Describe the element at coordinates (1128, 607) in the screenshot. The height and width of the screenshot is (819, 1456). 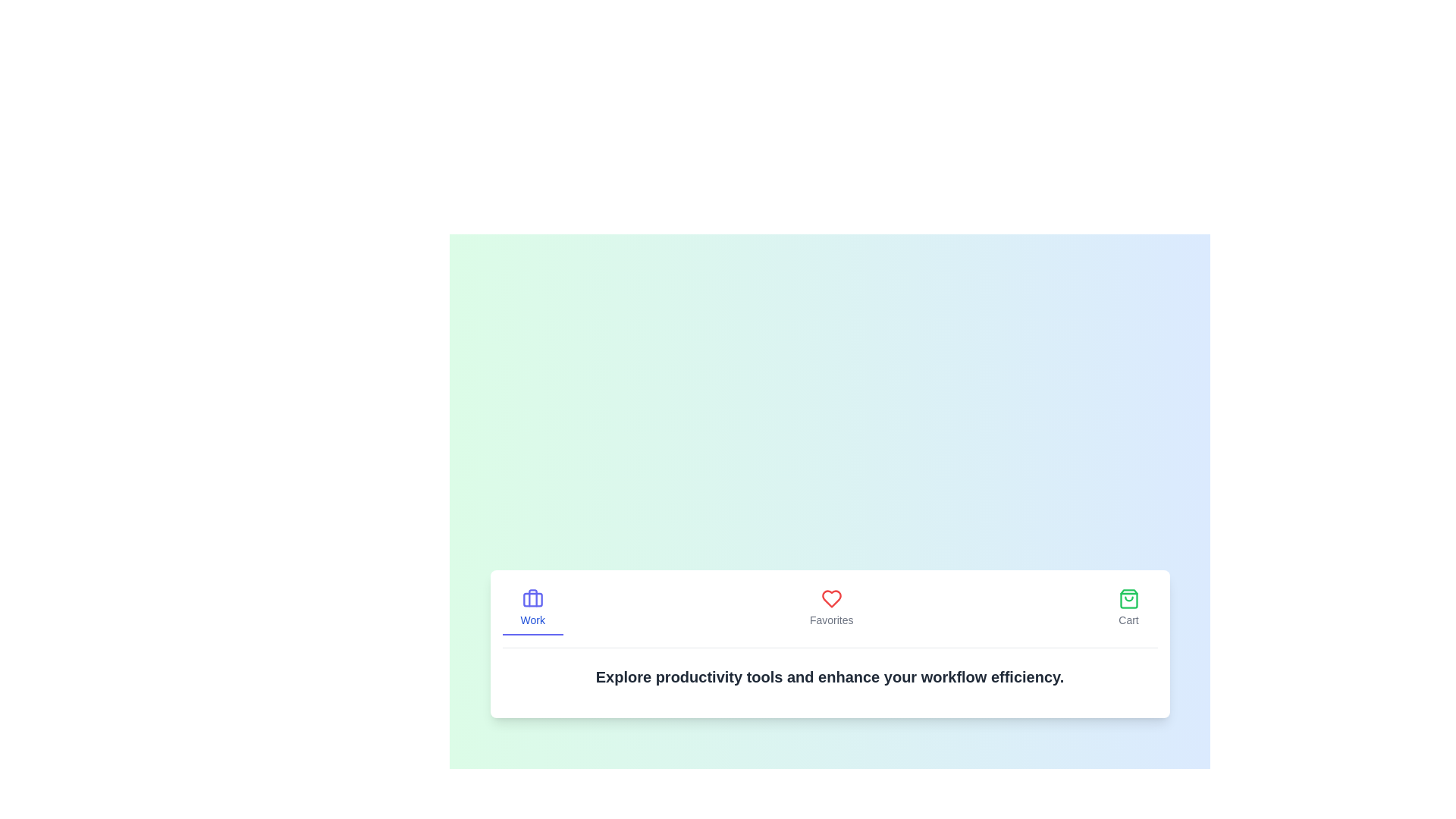
I see `the tab icon Cart to observe the visual effect` at that location.